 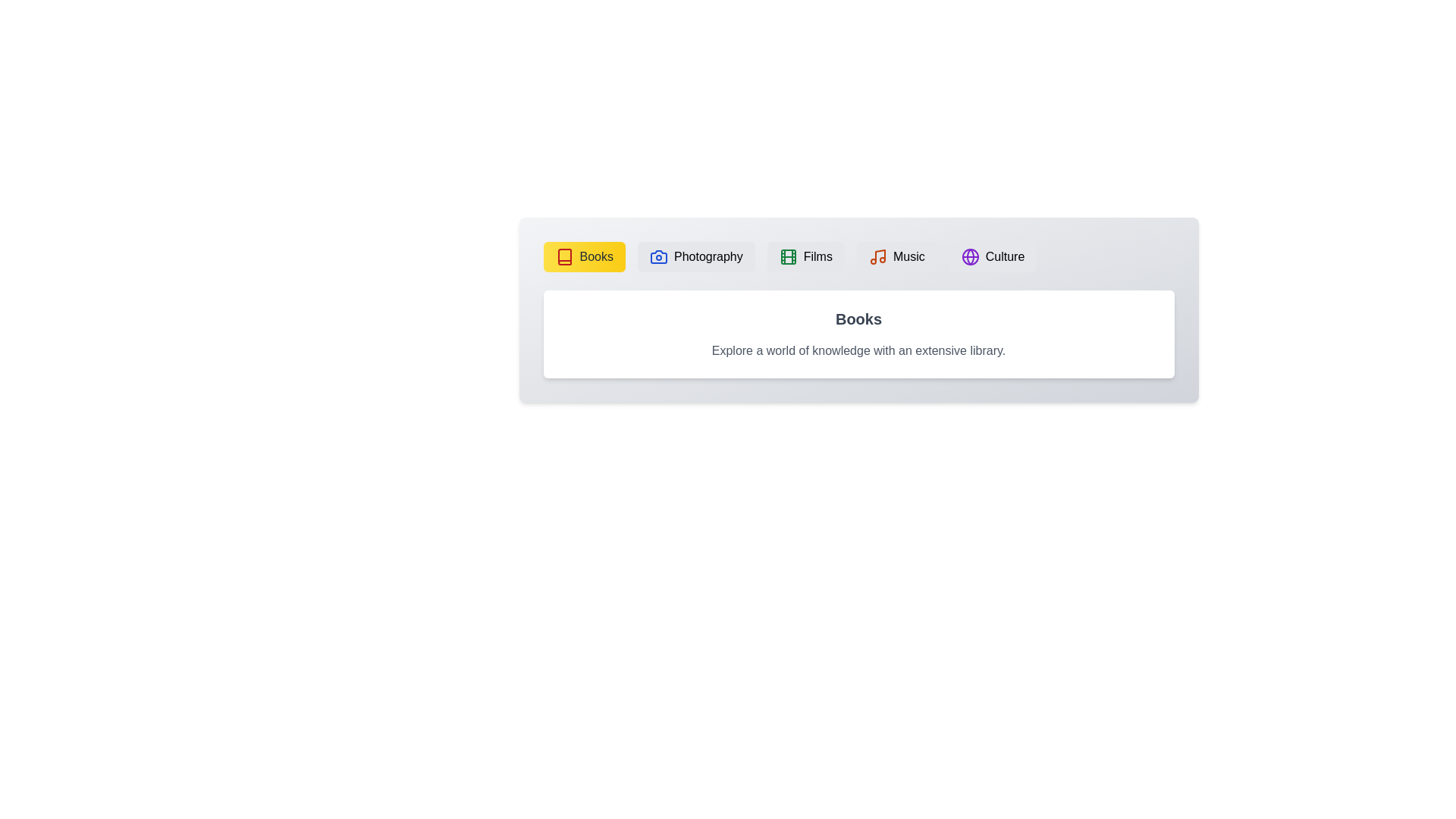 I want to click on the tab titled Music to activate its content, so click(x=896, y=256).